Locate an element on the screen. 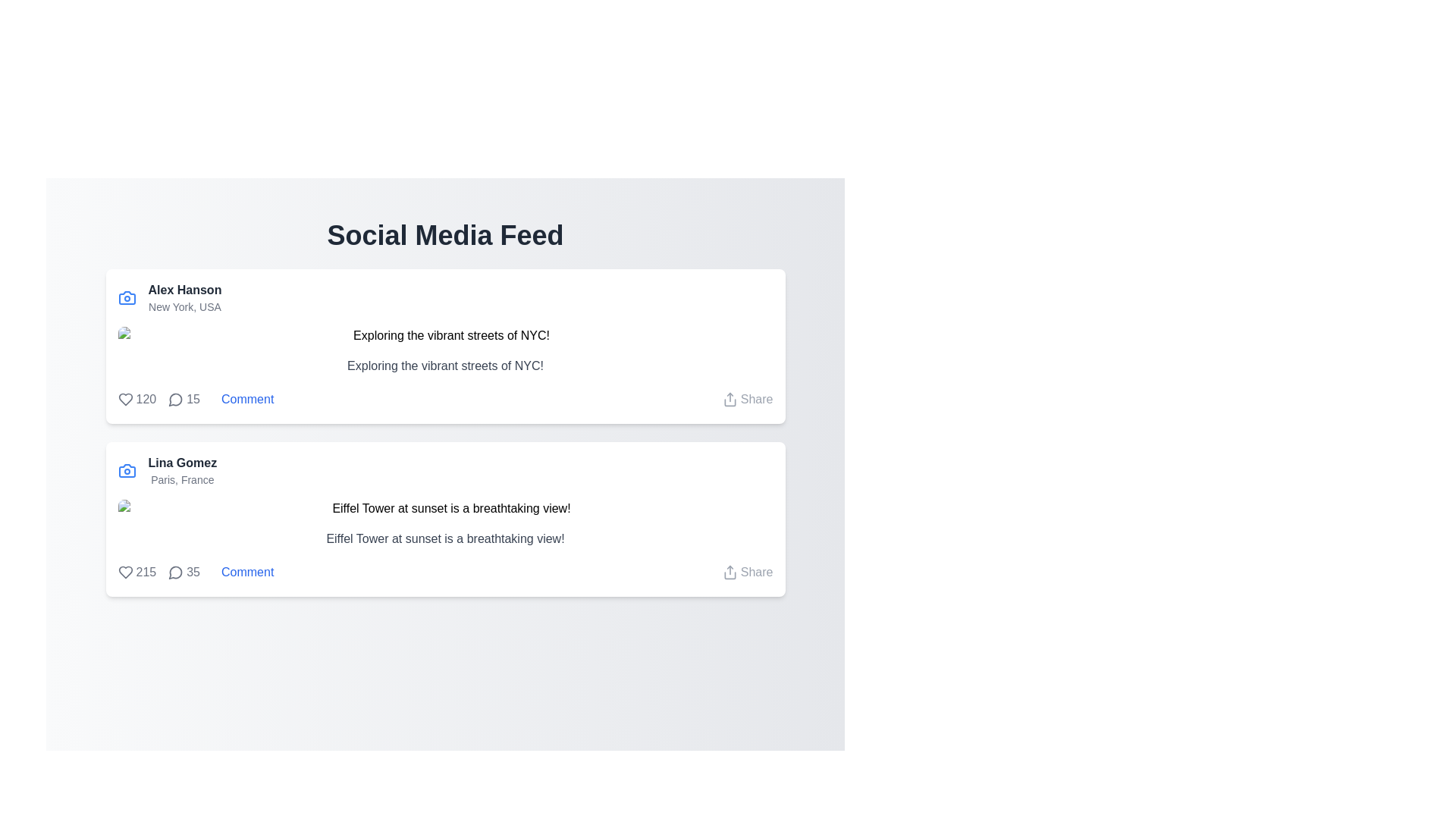  the static text display showing the number '120', which is styled in a default font and located immediately to the right of the heart icon in the first post section under user 'Alex Hanson' is located at coordinates (136, 399).